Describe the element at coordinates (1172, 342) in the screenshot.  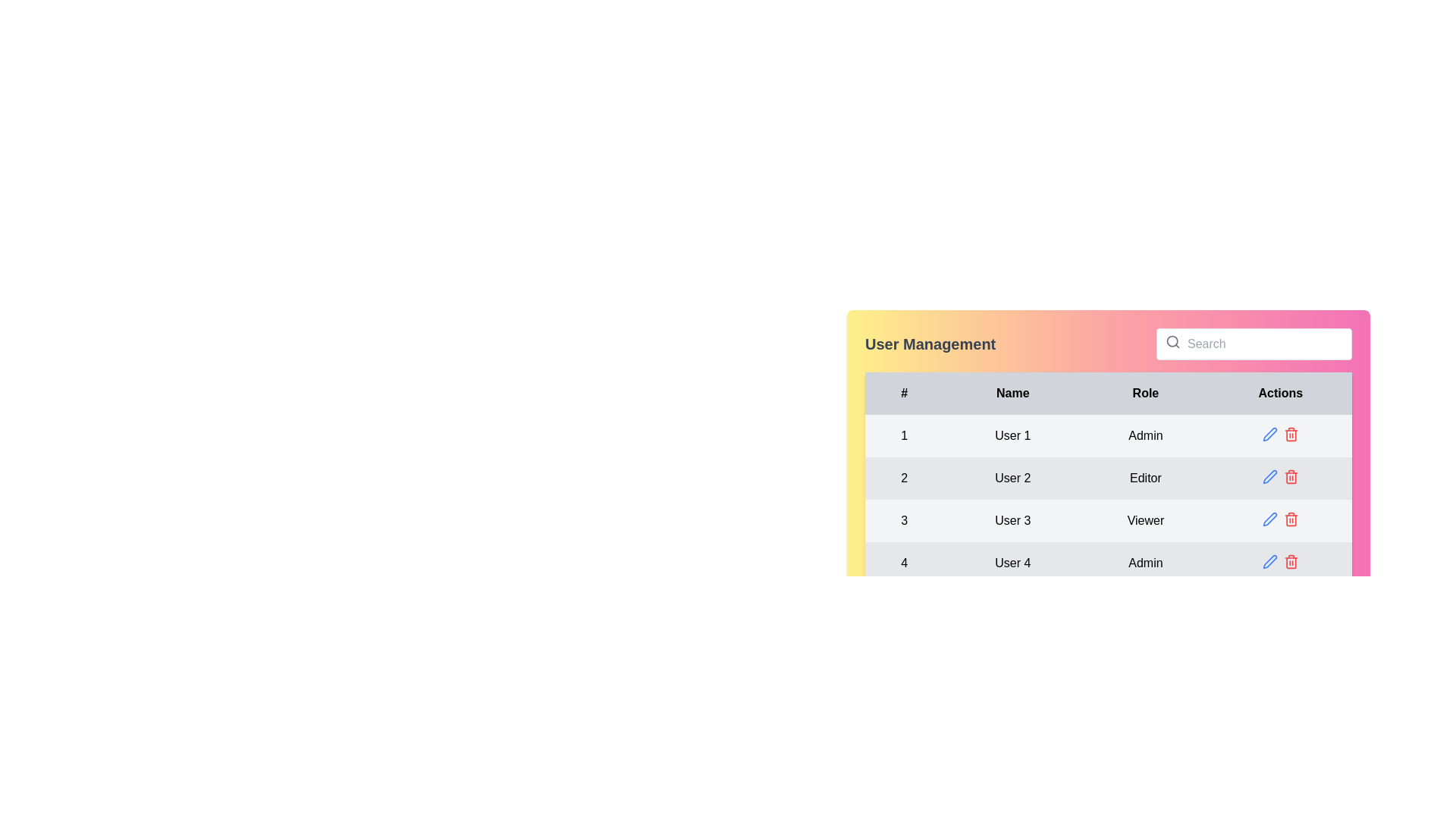
I see `the magnifying glass icon located in the left-hand section of the search bar at the top-right corner of the user management interface for an interactive response` at that location.